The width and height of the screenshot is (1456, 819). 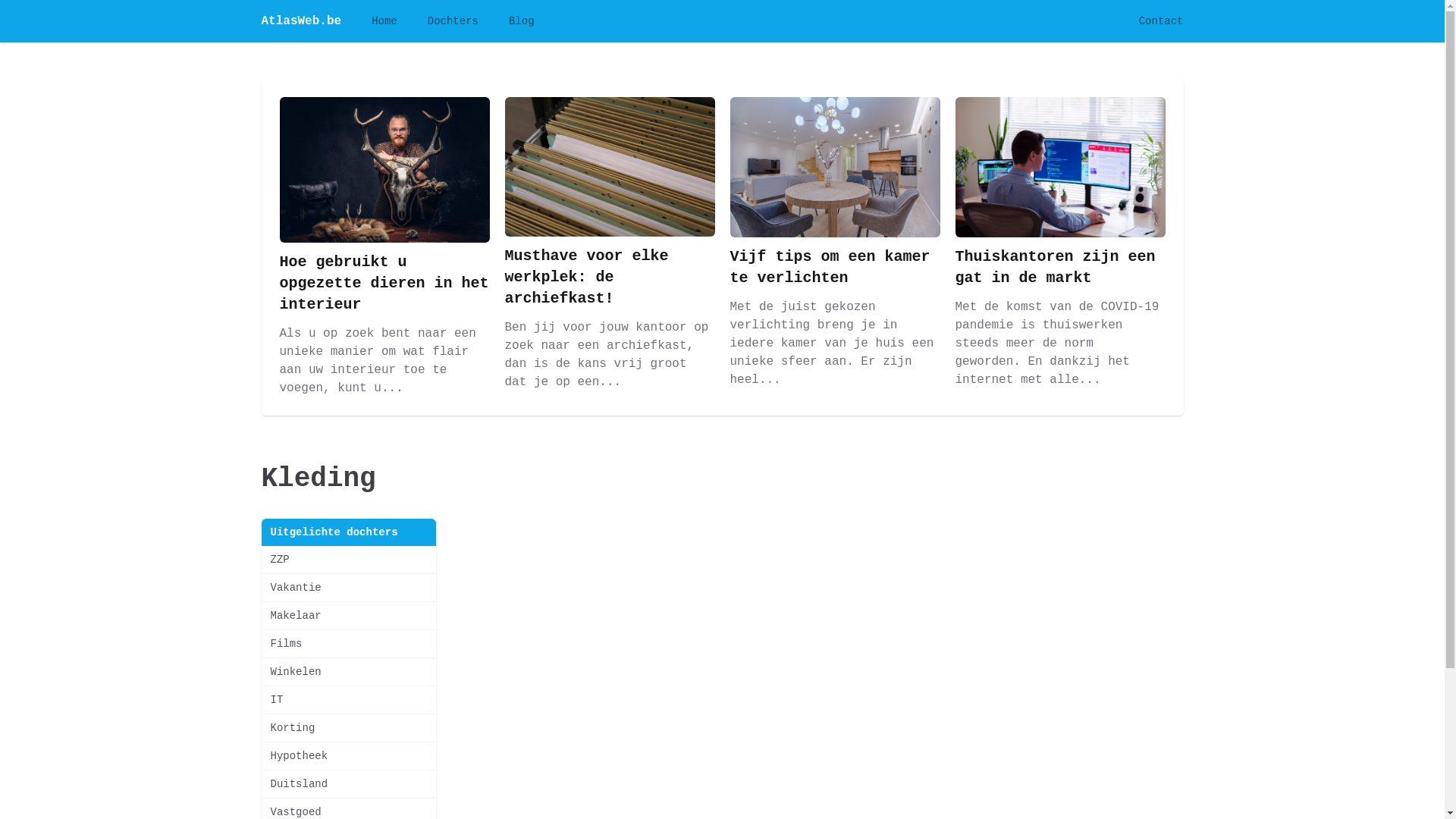 I want to click on 'Contact', so click(x=1139, y=20).